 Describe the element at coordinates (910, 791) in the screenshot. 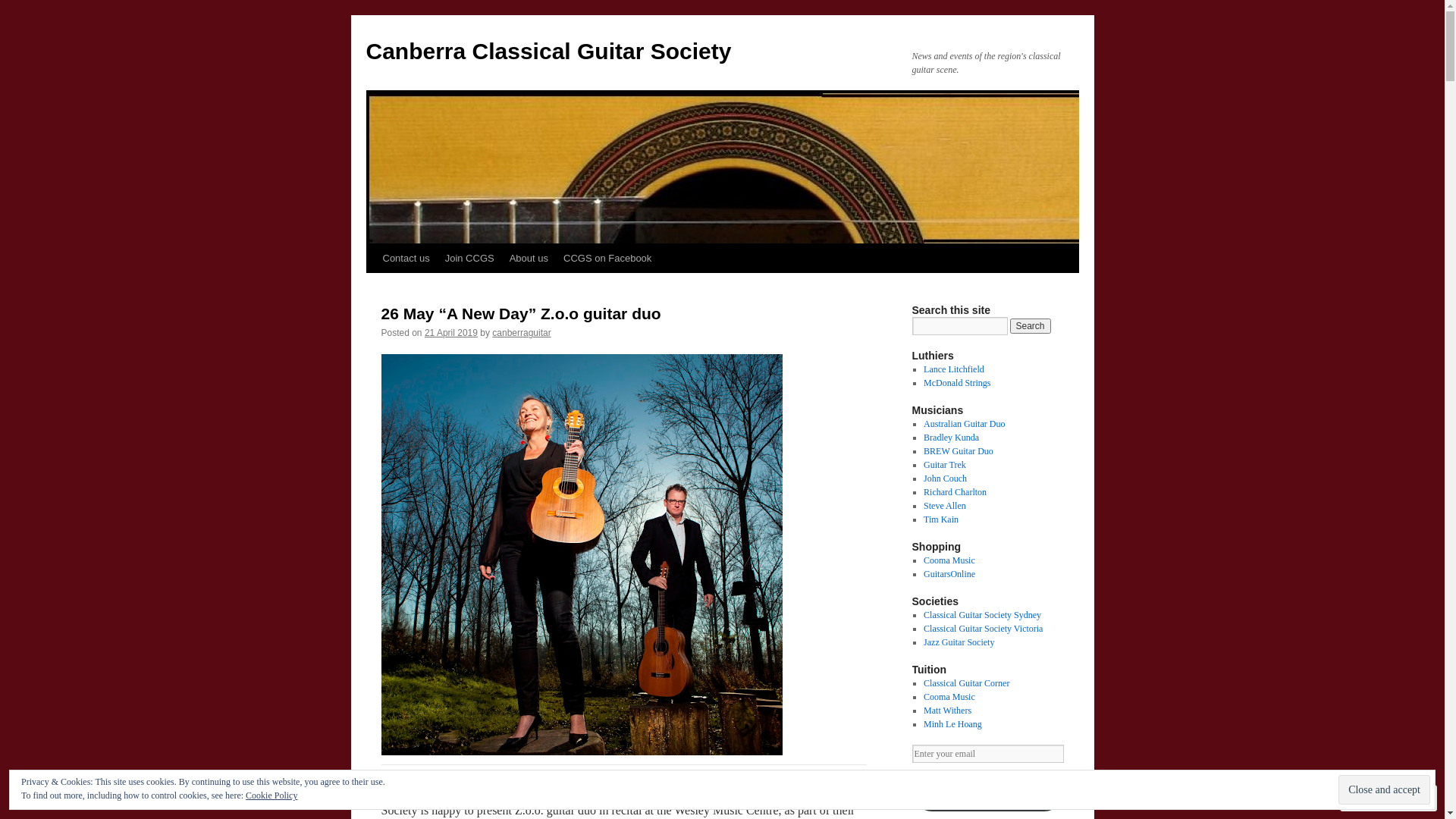

I see `'Guitar Society Newsletter Signup'` at that location.